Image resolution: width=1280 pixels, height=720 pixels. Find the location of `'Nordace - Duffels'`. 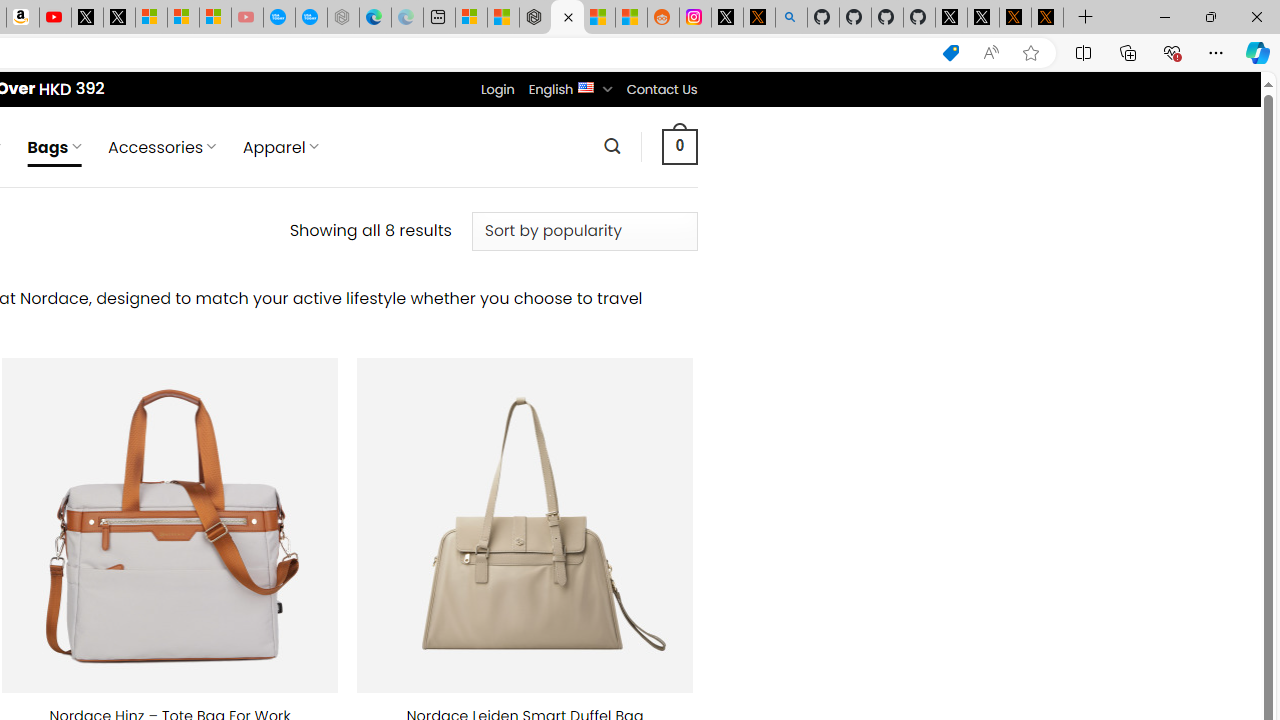

'Nordace - Duffels' is located at coordinates (566, 17).